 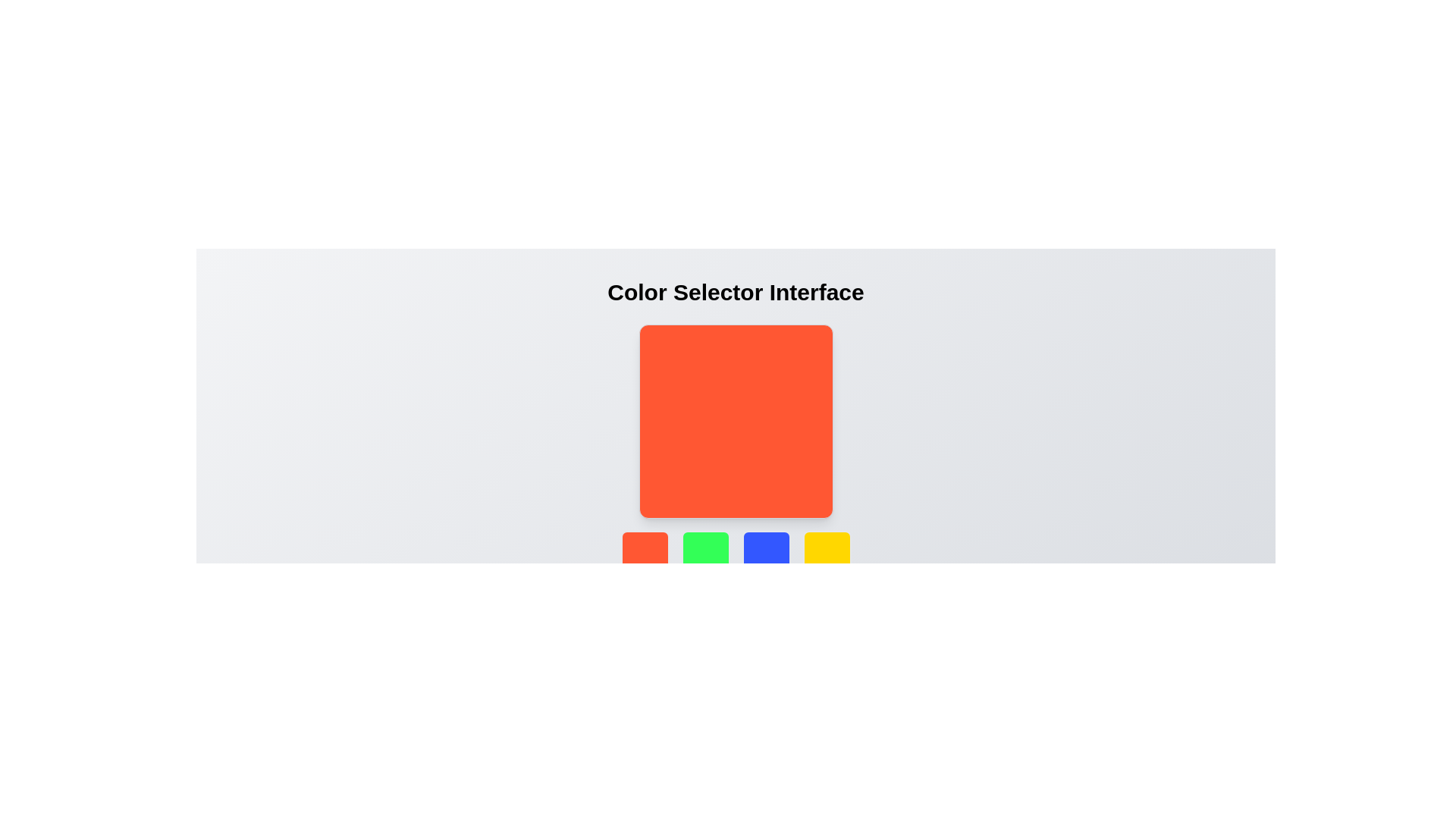 I want to click on the third button in a horizontal grid of four, styled with a bold blue background and rounded corners, located below a large orange square, so click(x=766, y=555).